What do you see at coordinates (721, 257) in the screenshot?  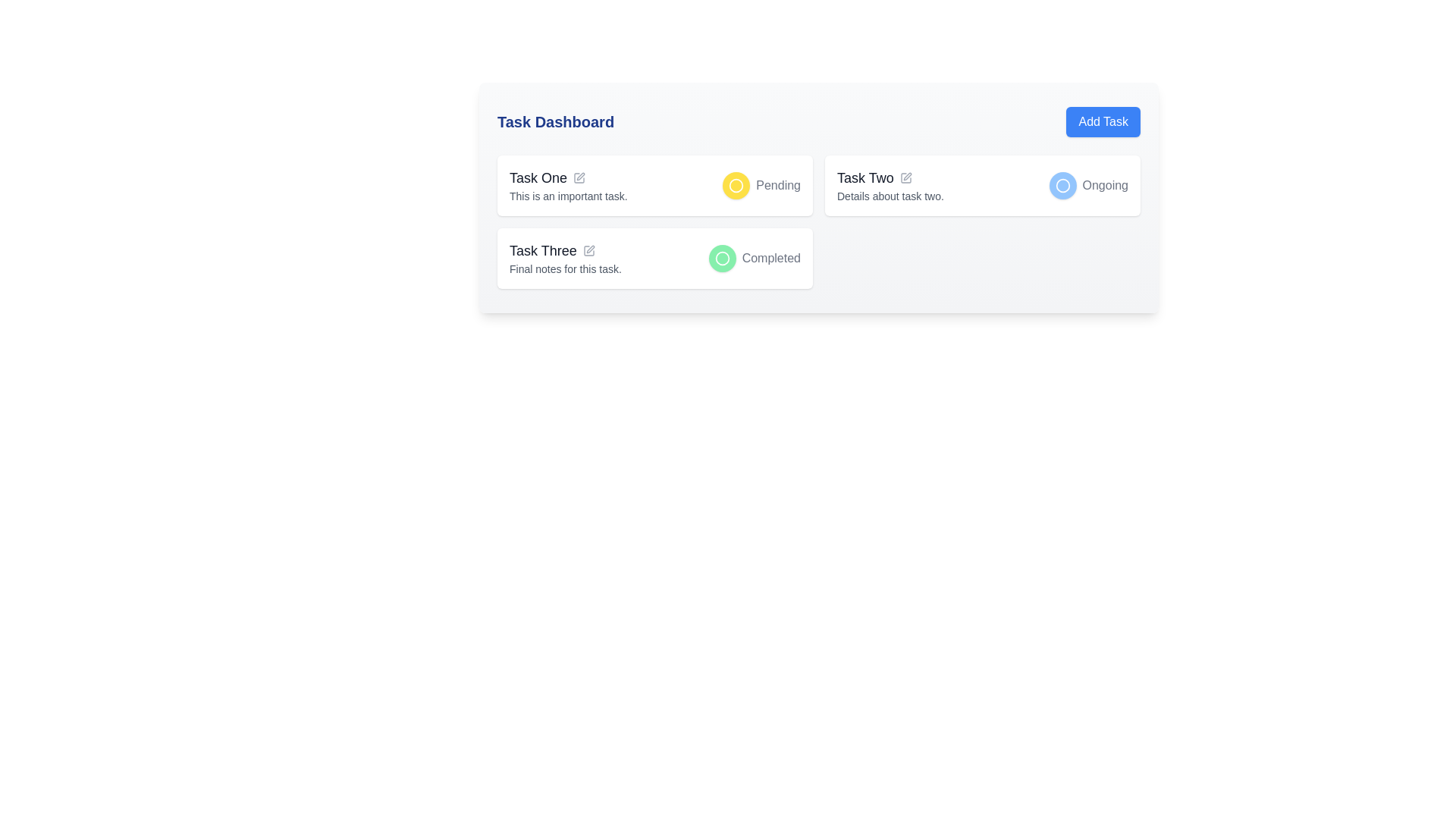 I see `the circular visual indicator associated with 'Task Three' in the task dashboard if interactive options are provided` at bounding box center [721, 257].